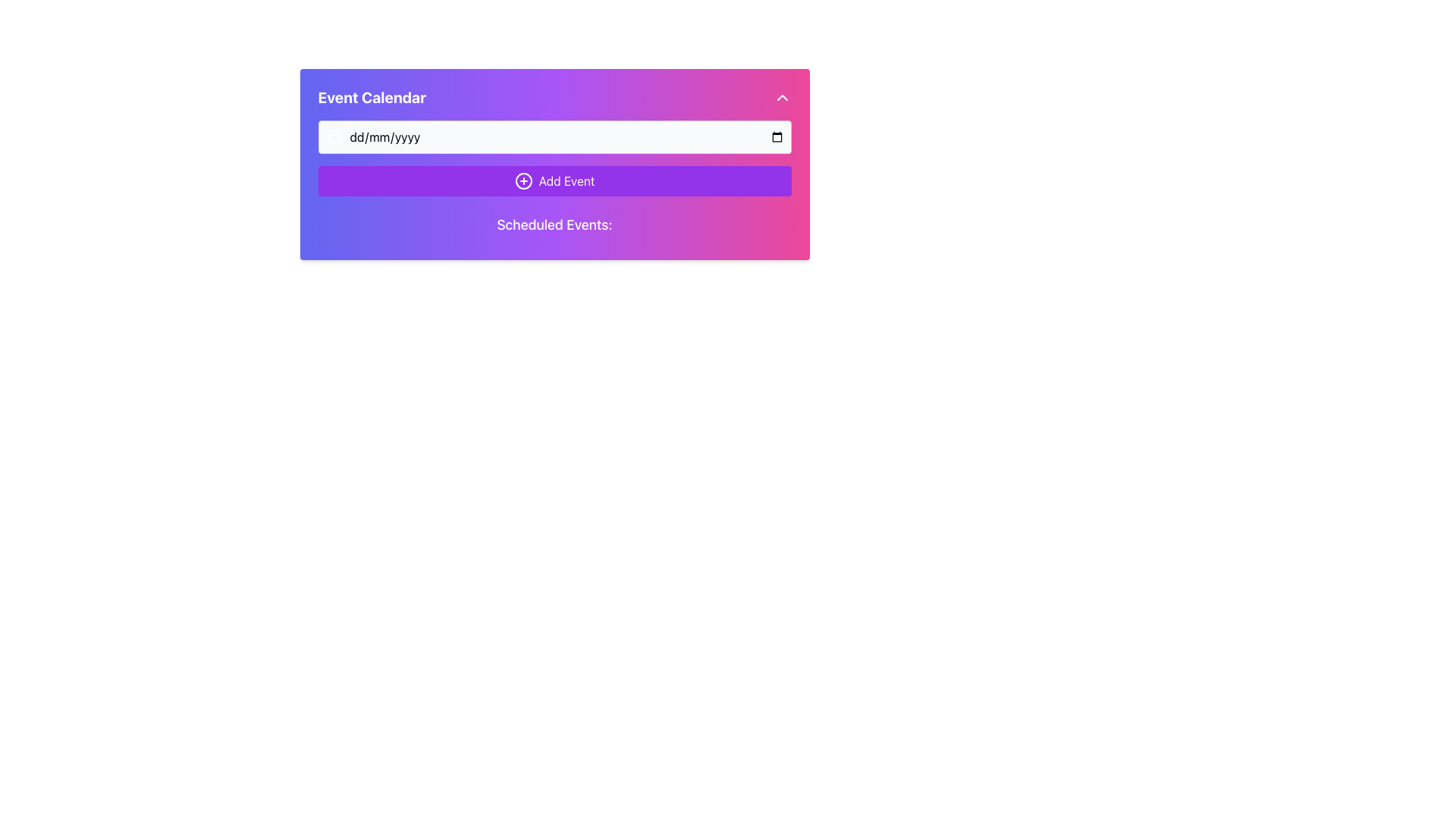 The image size is (1456, 819). I want to click on the input field for selecting a date, located below the 'Event Calendar' title and above the 'Add Event' button, so click(554, 137).